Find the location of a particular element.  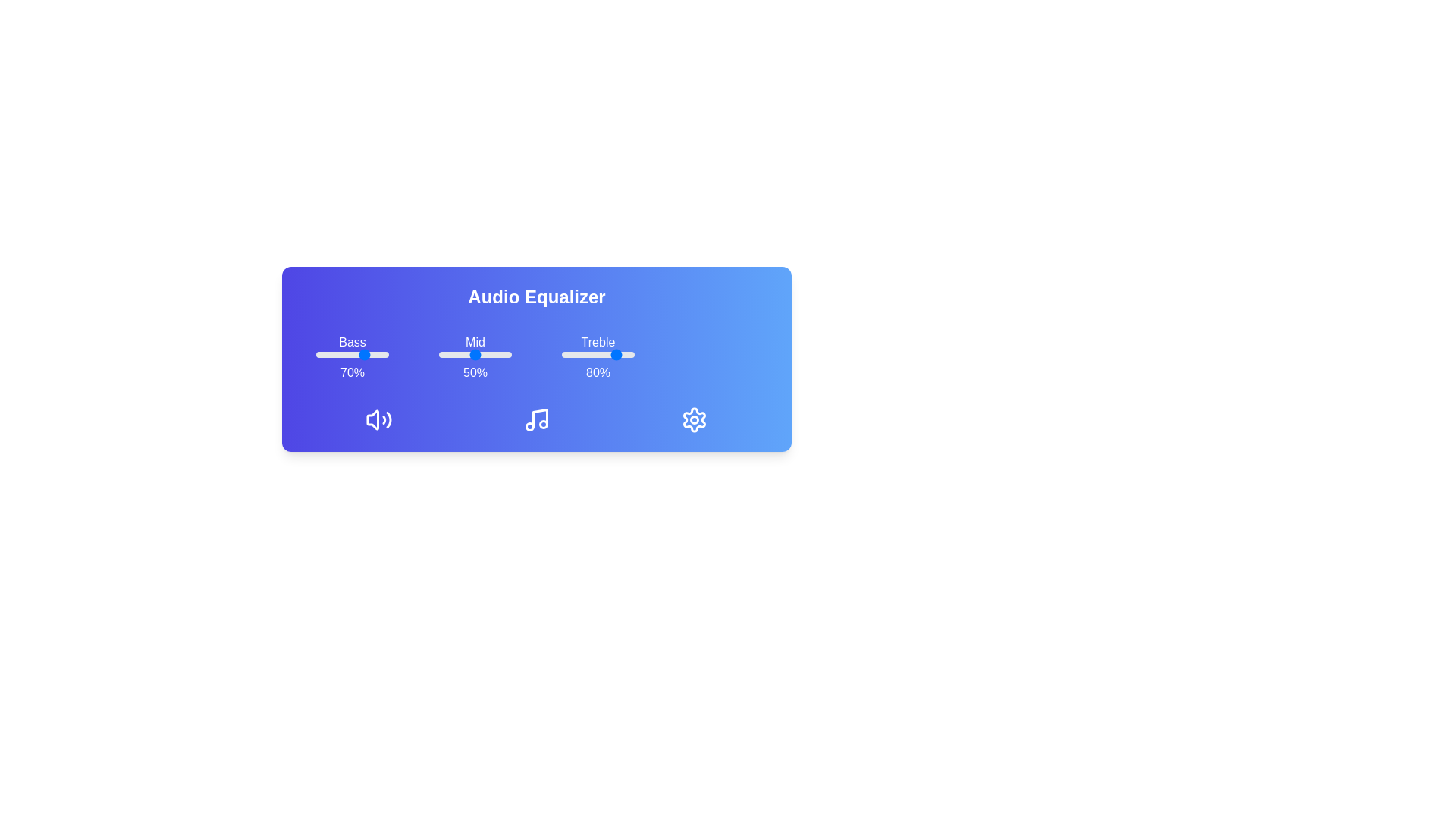

the bass slider to 44%, where 44 is a value between 0 and 100 is located at coordinates (347, 354).